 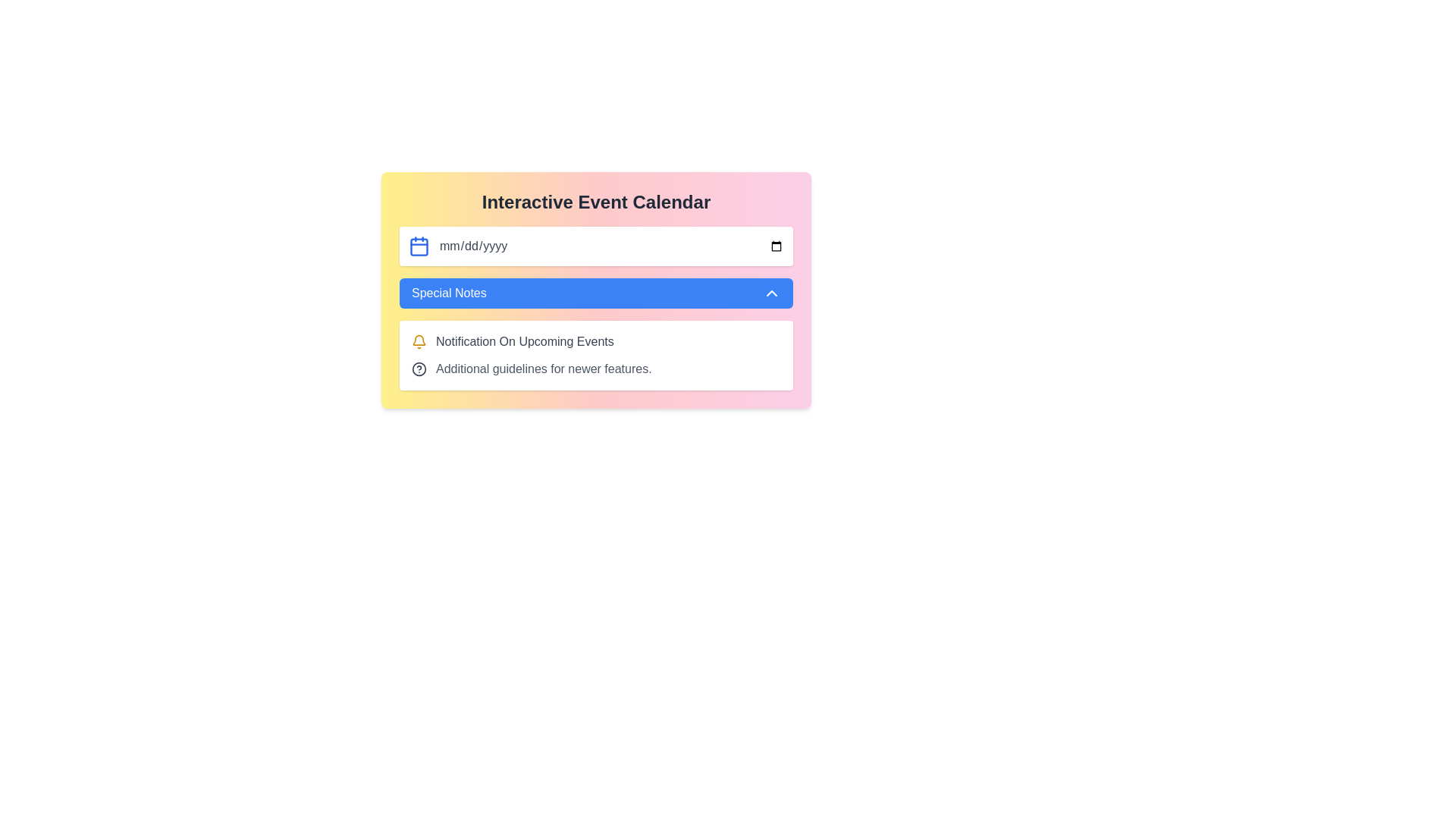 What do you see at coordinates (595, 290) in the screenshot?
I see `the 'Special Notes' button in the 'Interactive Event Calendar' section` at bounding box center [595, 290].